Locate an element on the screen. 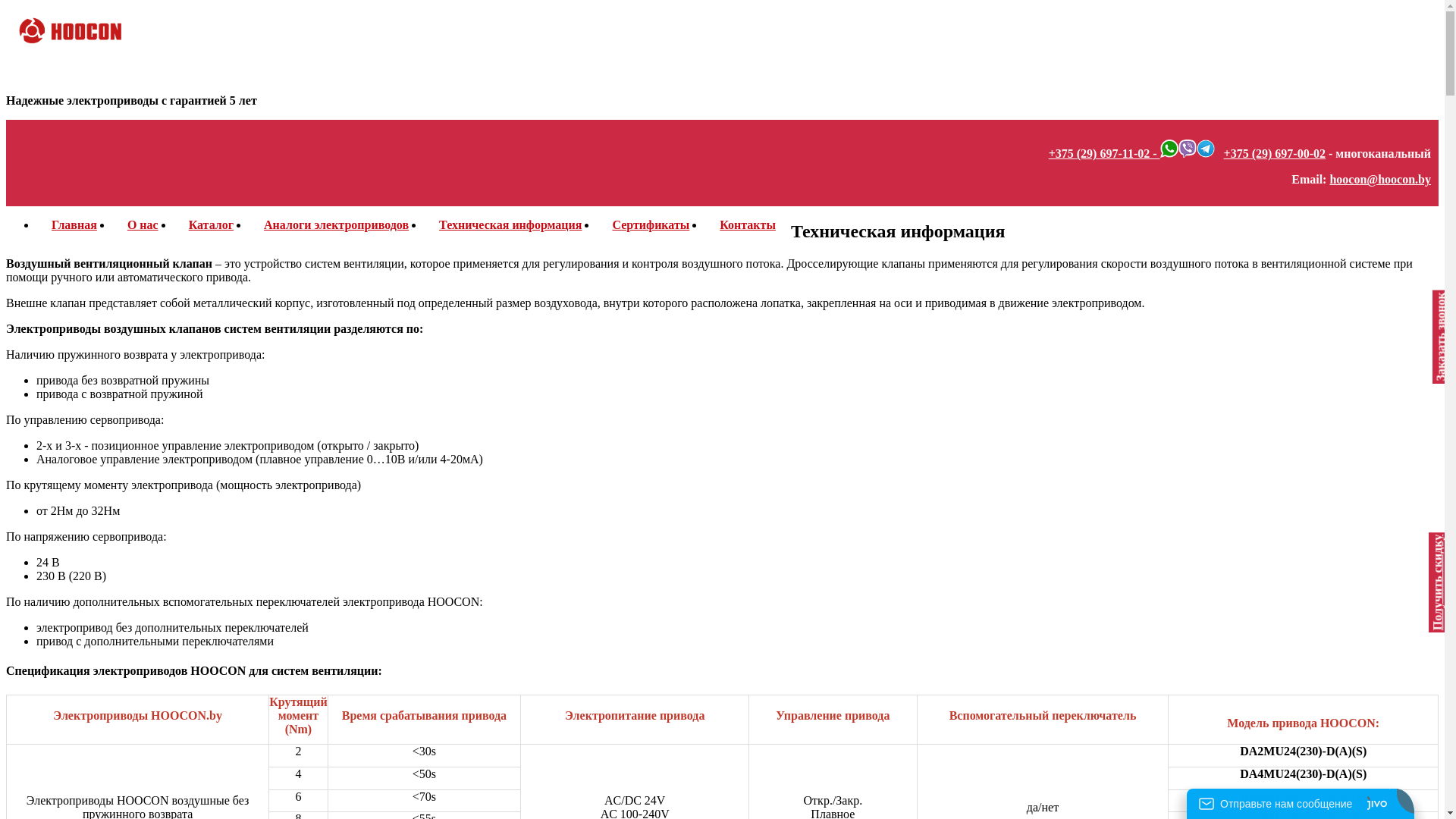 The image size is (1456, 819). '+375 (29) 697-00-02' is located at coordinates (1274, 153).